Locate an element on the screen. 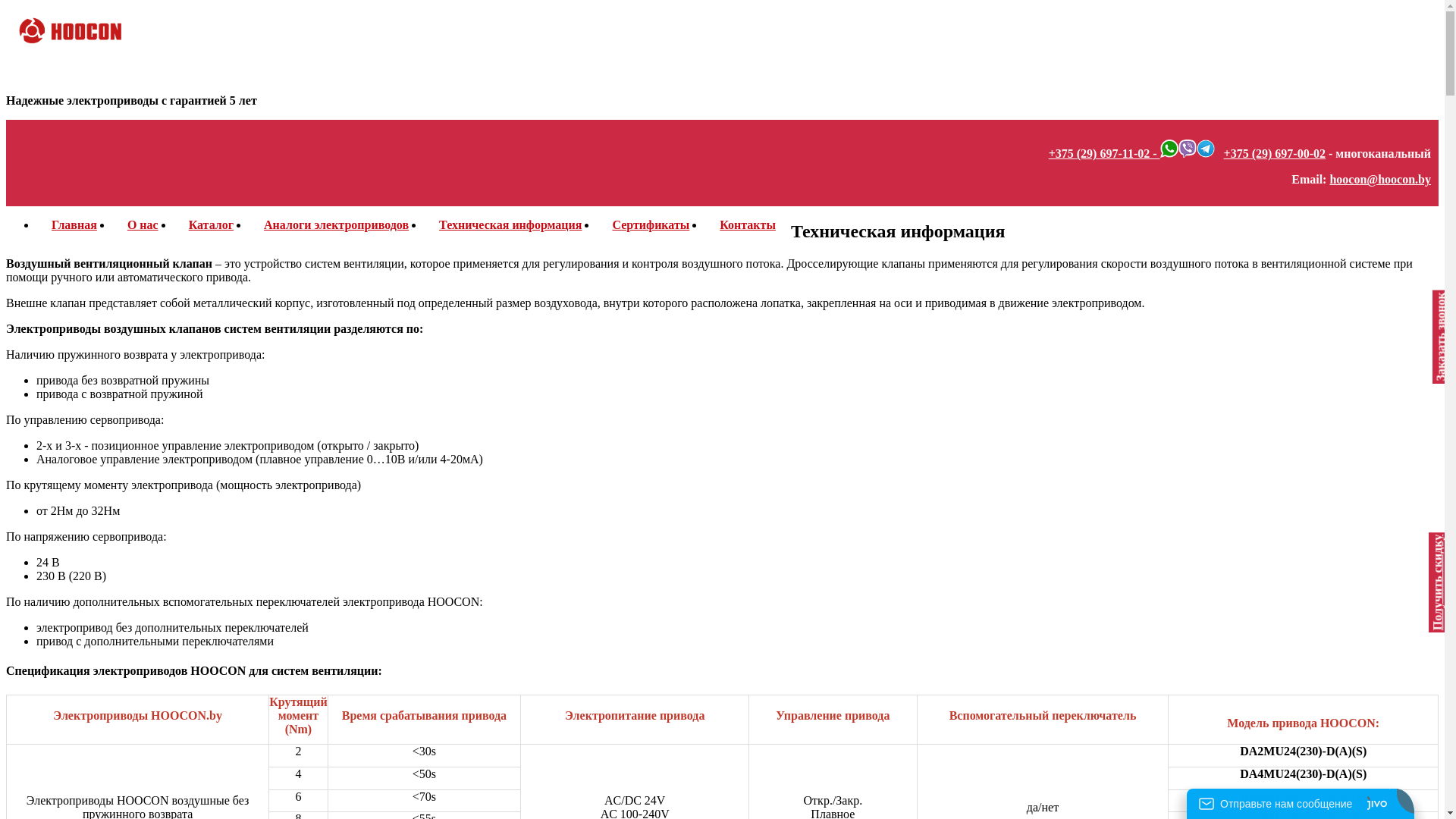 The image size is (1456, 819). '+375 (29) 697-00-02' is located at coordinates (1274, 153).